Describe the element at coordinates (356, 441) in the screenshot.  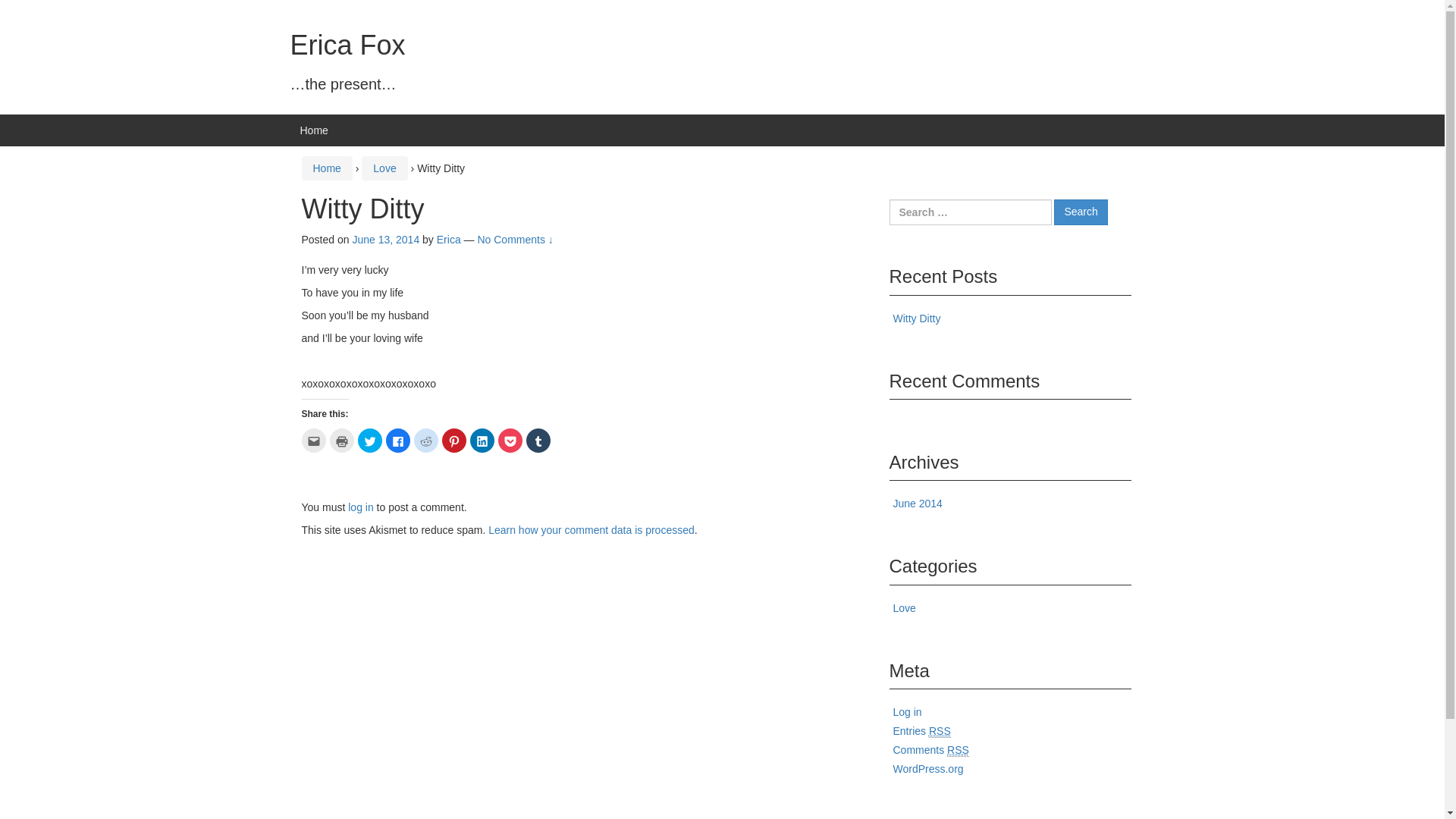
I see `'Click to share on Twitter (Opens in new window)'` at that location.